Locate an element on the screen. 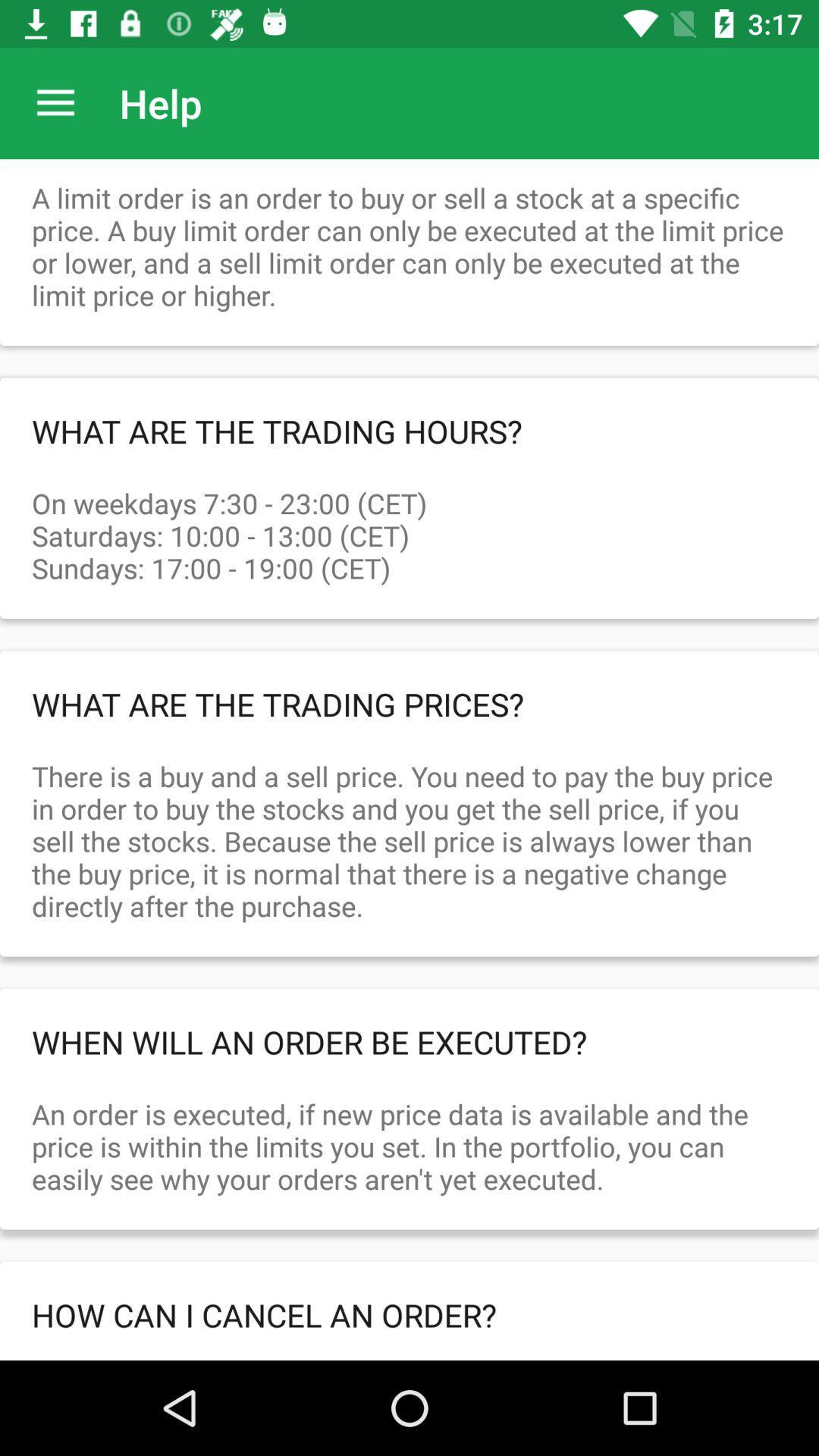 This screenshot has width=819, height=1456. the how can i is located at coordinates (409, 1313).